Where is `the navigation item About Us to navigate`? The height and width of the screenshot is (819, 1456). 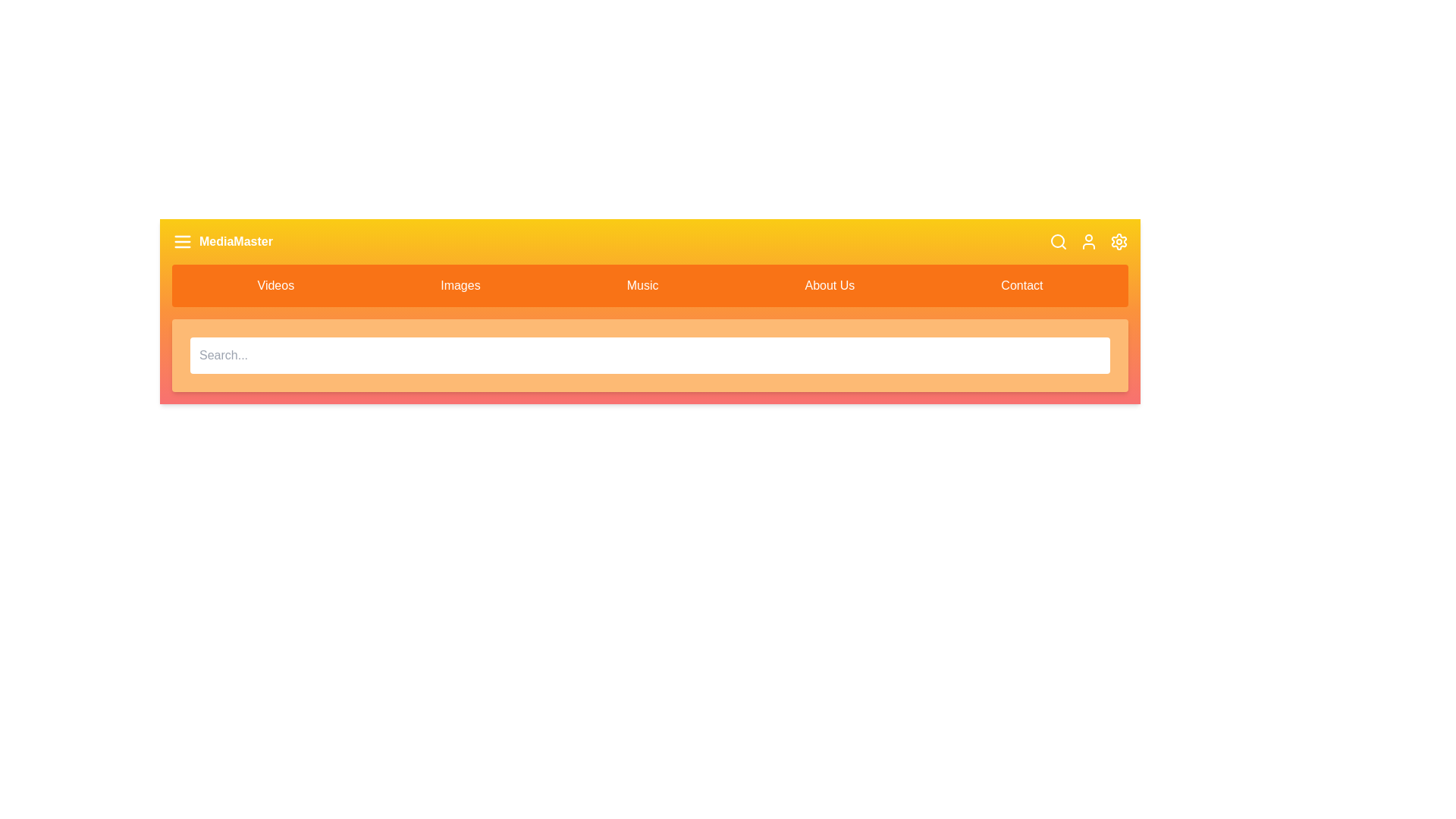 the navigation item About Us to navigate is located at coordinates (829, 286).